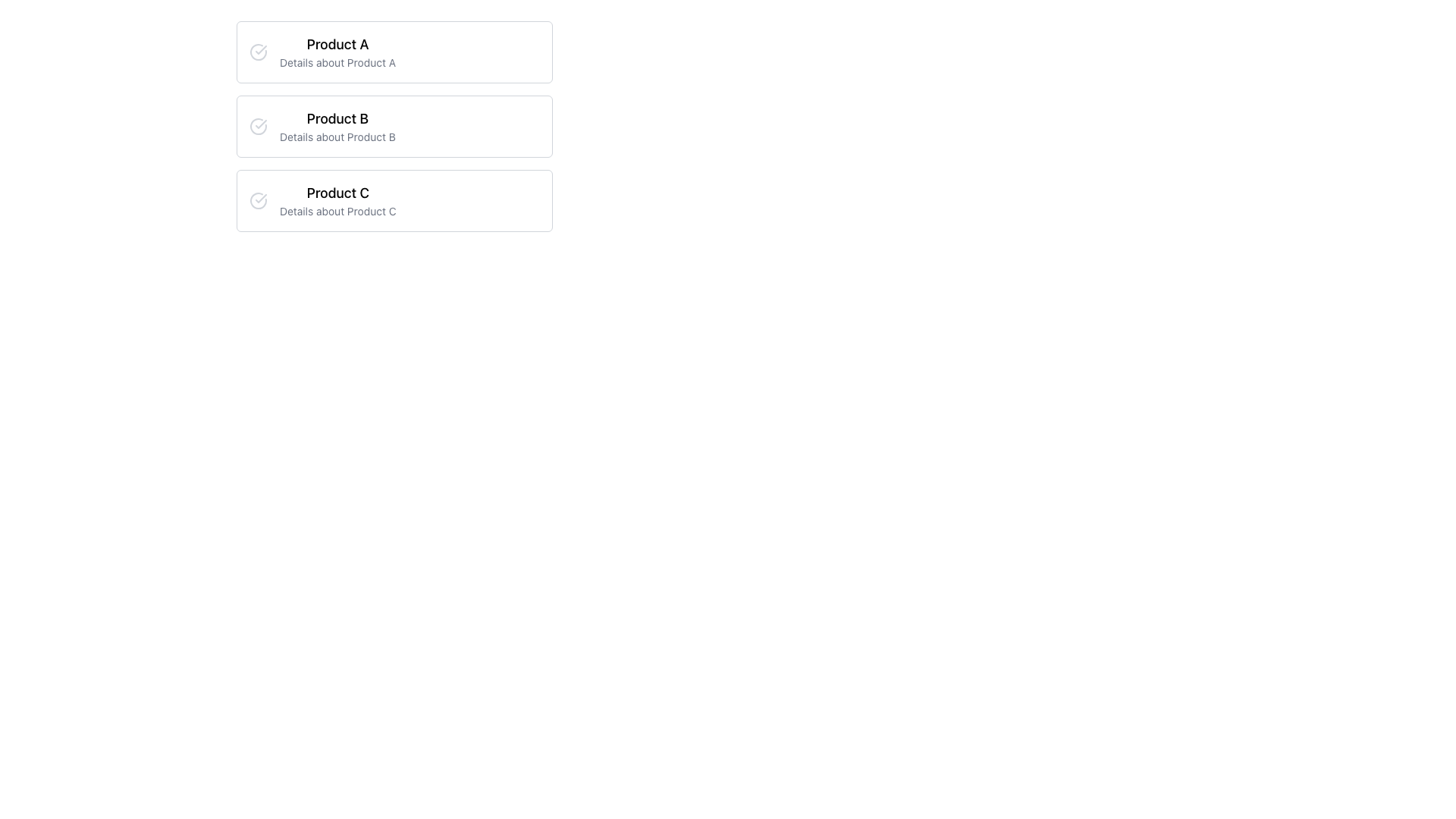 The width and height of the screenshot is (1456, 819). Describe the element at coordinates (337, 62) in the screenshot. I see `the text label displaying 'Details about Product A', which is a smaller, grey text located directly below 'Product A'` at that location.